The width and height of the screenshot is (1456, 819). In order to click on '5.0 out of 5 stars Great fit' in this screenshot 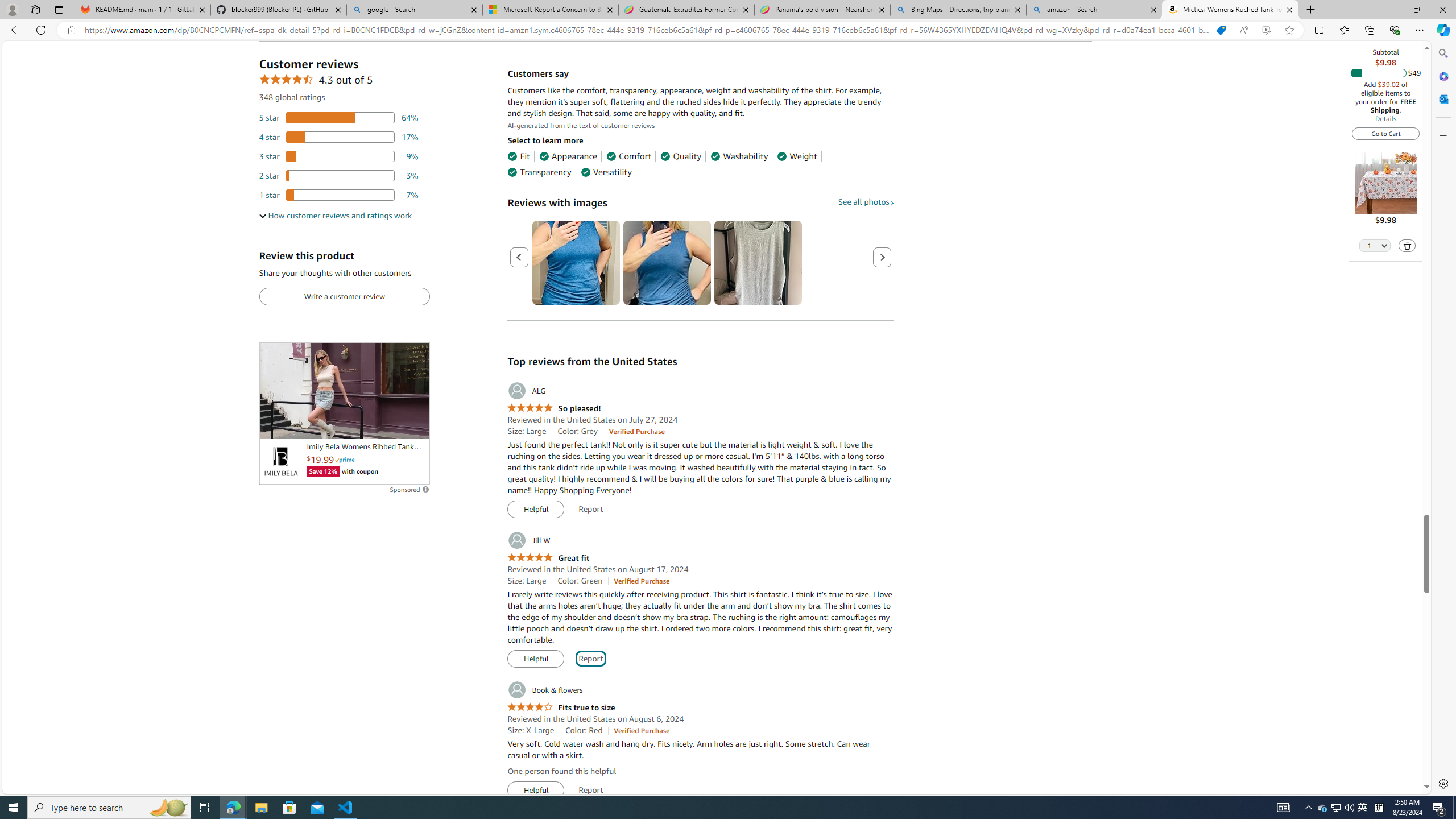, I will do `click(547, 557)`.